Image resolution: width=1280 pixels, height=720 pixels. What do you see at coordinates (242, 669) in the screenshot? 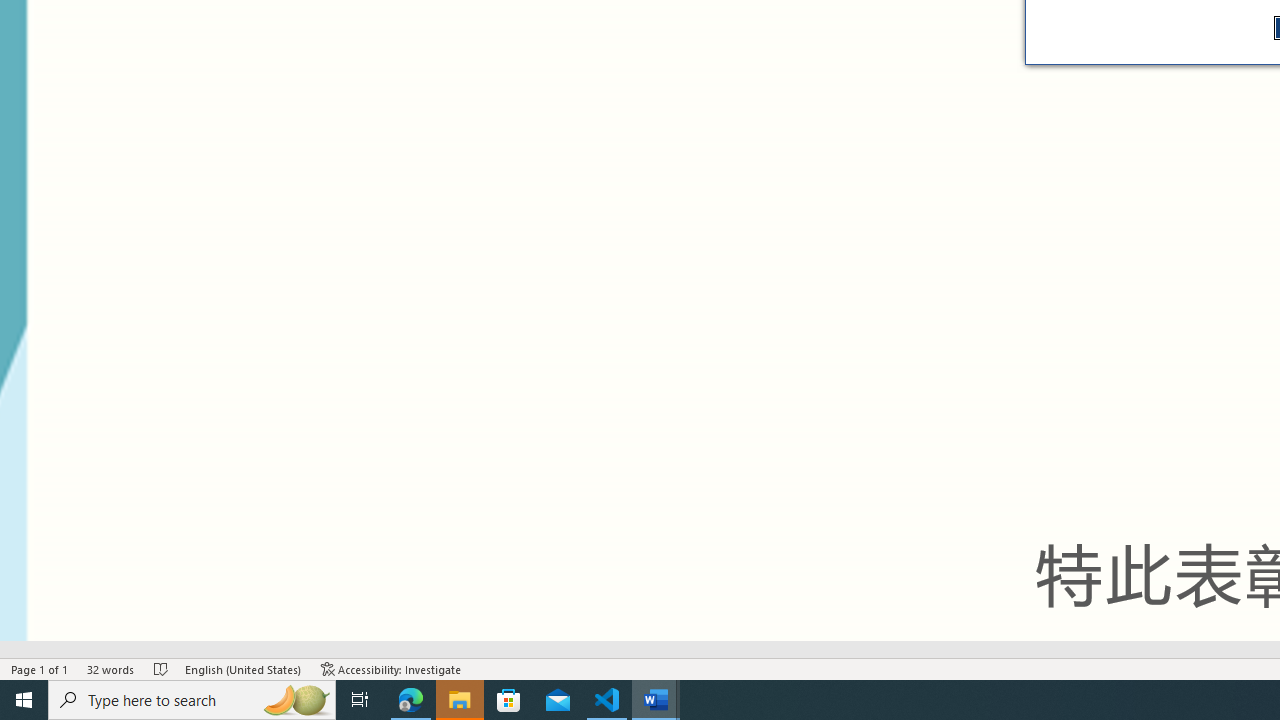
I see `'Language English (United States)'` at bounding box center [242, 669].